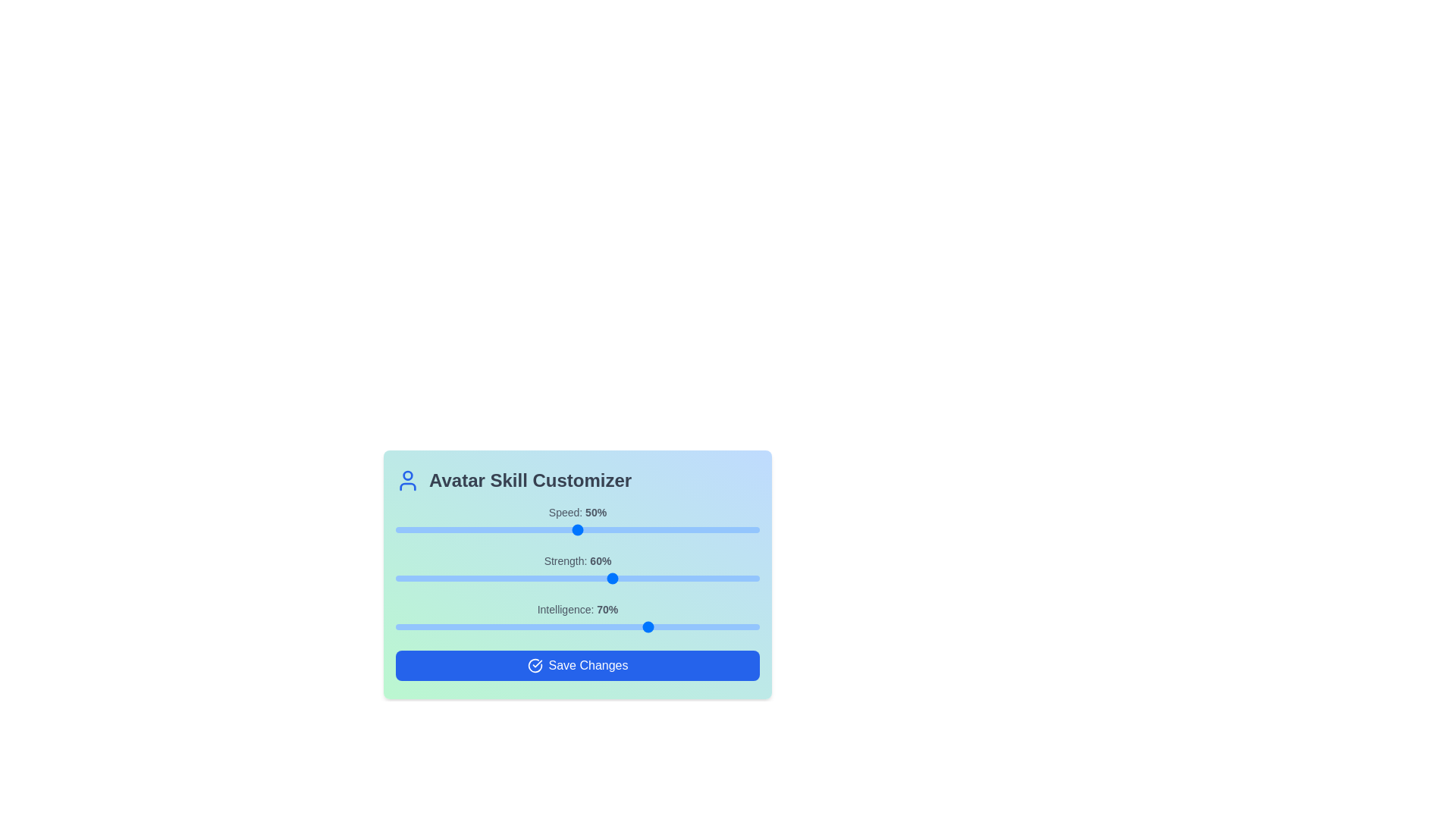 This screenshot has width=1456, height=819. I want to click on the speed, so click(490, 529).